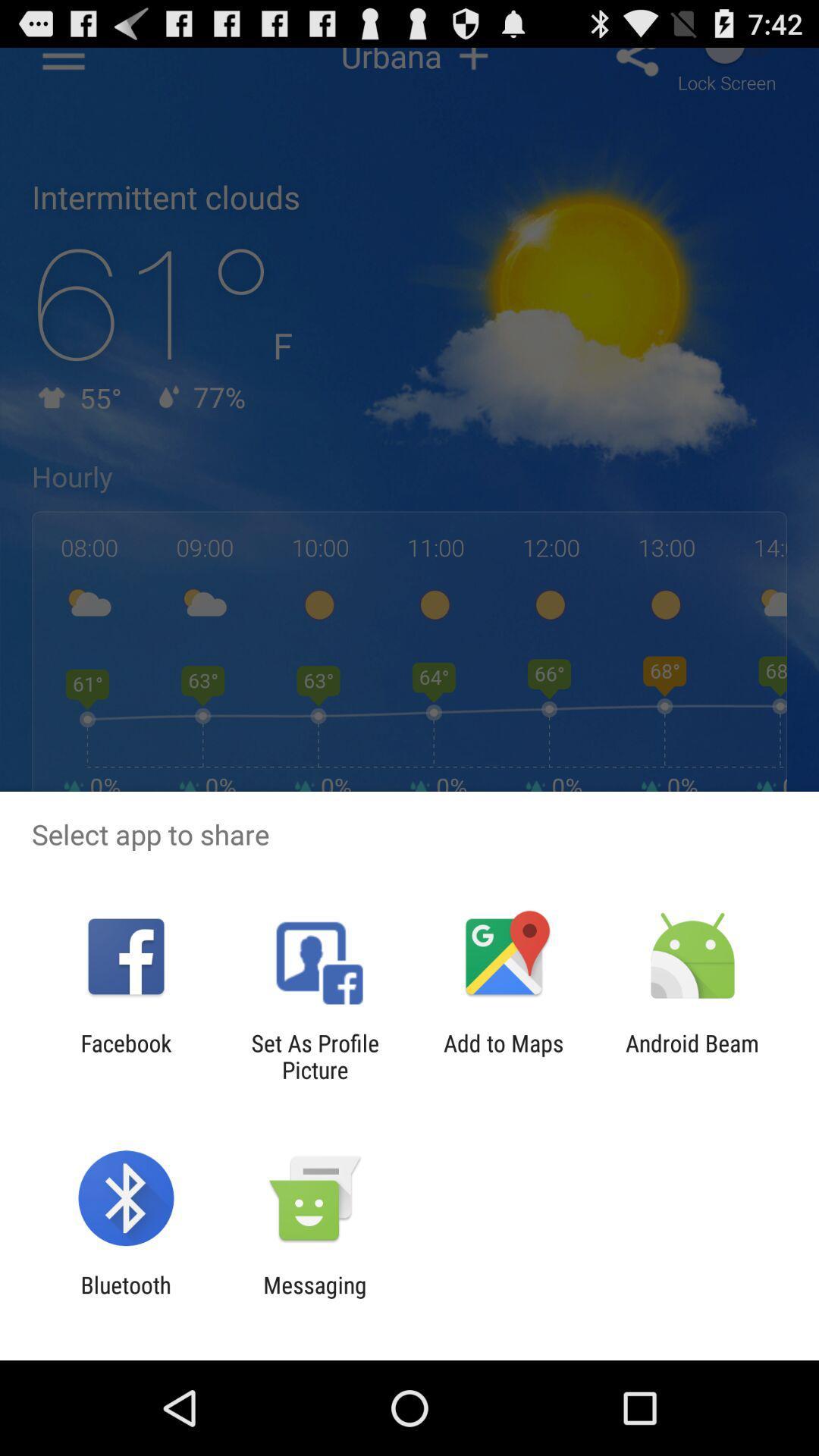 The width and height of the screenshot is (819, 1456). What do you see at coordinates (314, 1056) in the screenshot?
I see `set as profile app` at bounding box center [314, 1056].